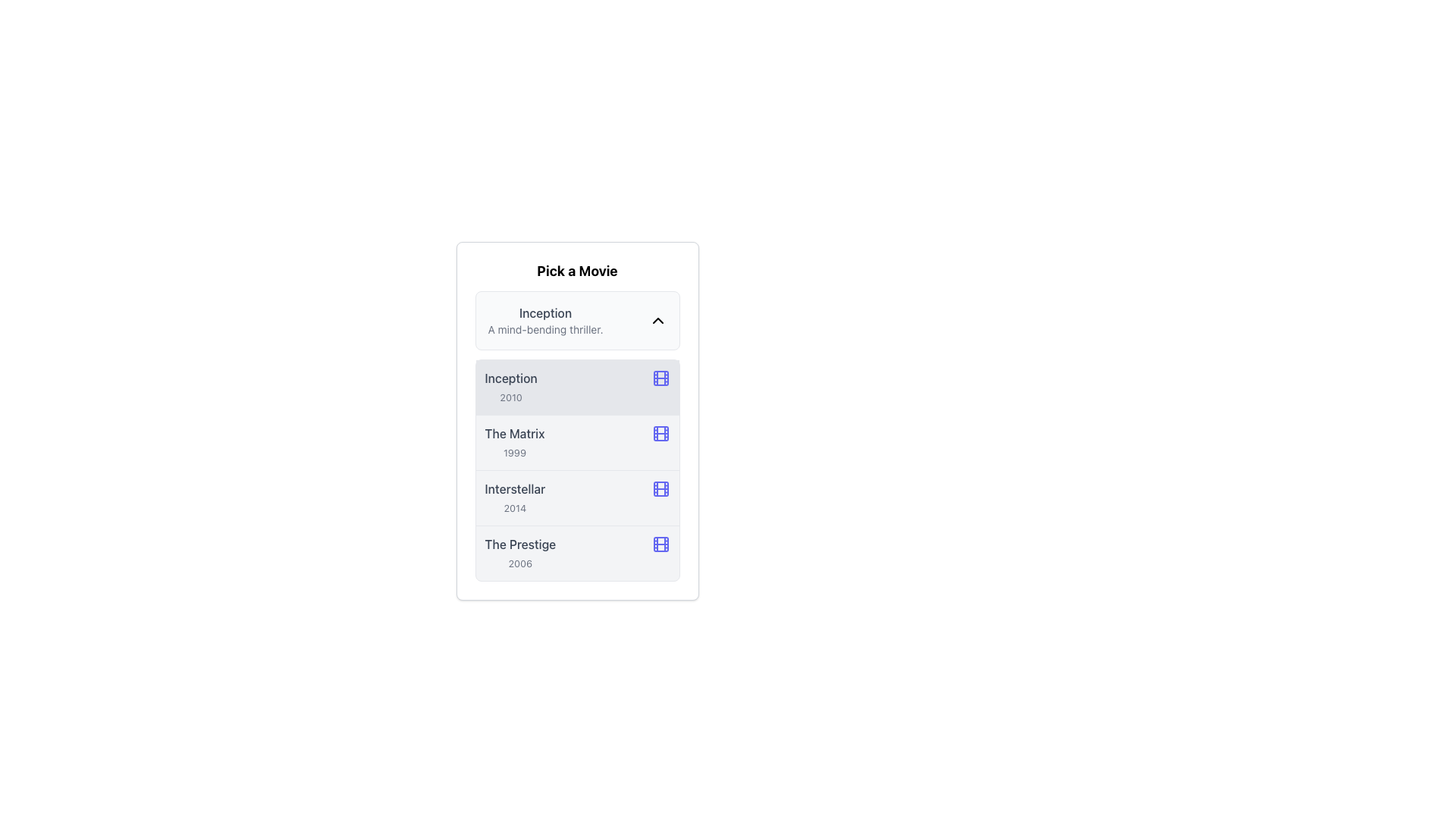 This screenshot has width=1456, height=819. What do you see at coordinates (520, 563) in the screenshot?
I see `the text label displaying the release year '2006' for the movie 'The Prestige', which is located below the main title and aligned with other date labels` at bounding box center [520, 563].